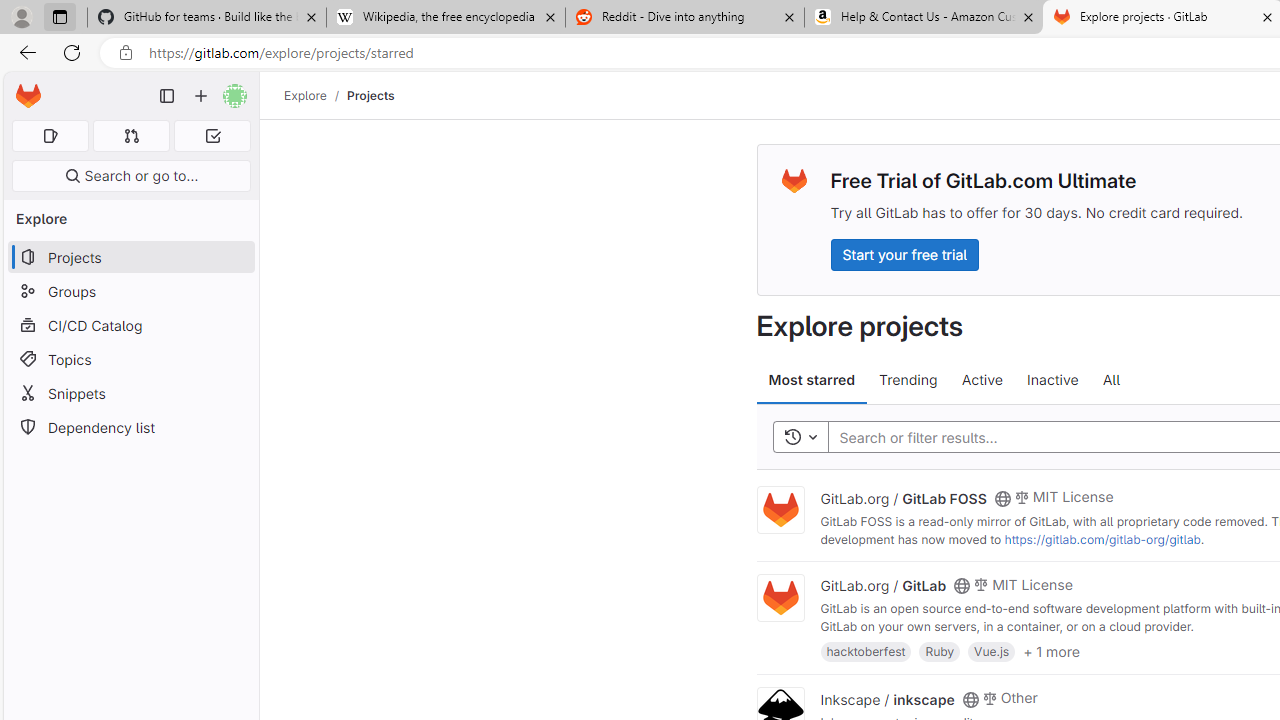  I want to click on 'Class: s14 gl-mr-2', so click(989, 696).